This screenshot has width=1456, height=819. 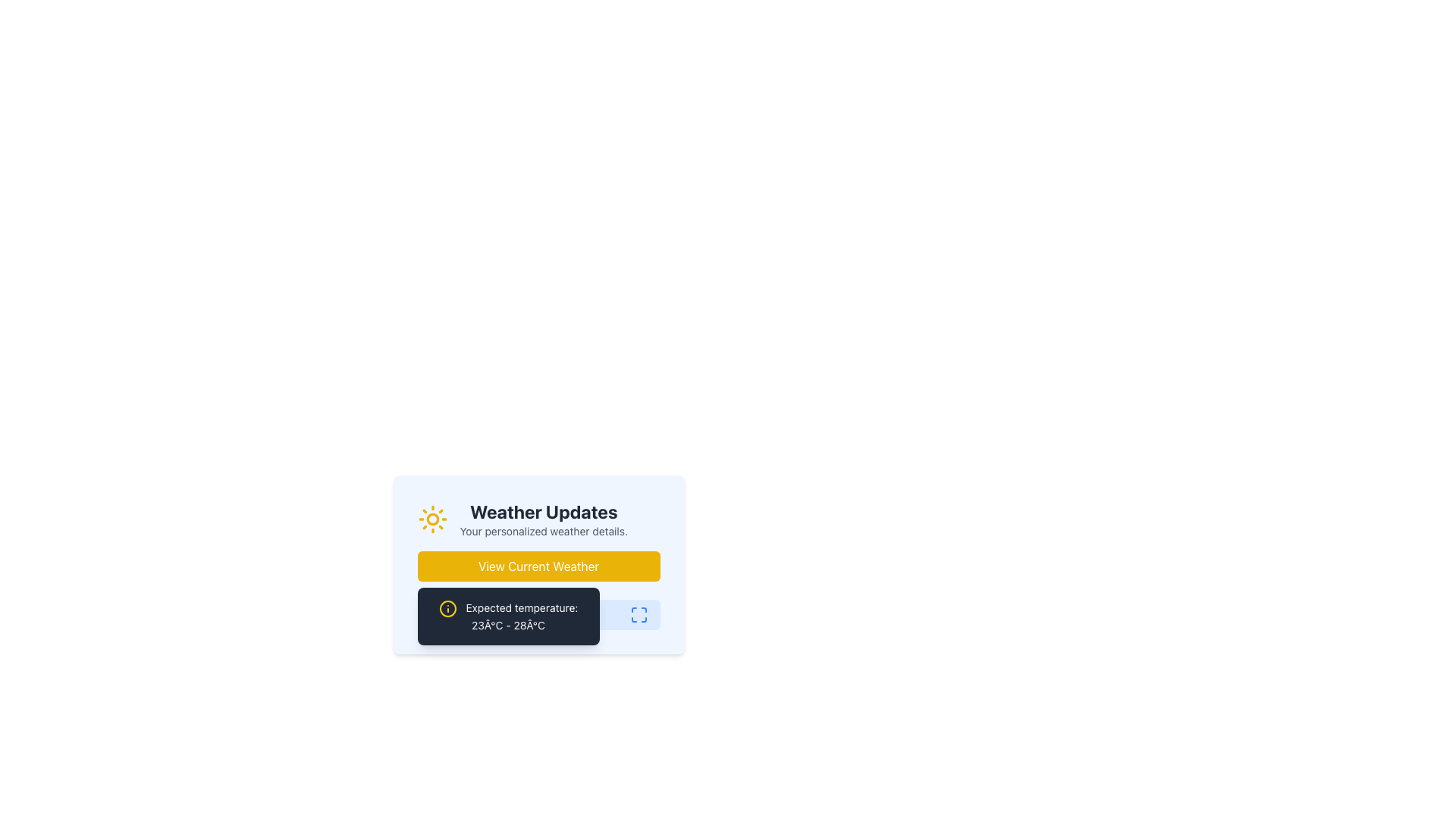 What do you see at coordinates (508, 617) in the screenshot?
I see `the compact, dark rectangular informational text box displaying 'Expected temperature: 23Â°C - 28Â°C' which is located below the 'View Current Weather' button` at bounding box center [508, 617].